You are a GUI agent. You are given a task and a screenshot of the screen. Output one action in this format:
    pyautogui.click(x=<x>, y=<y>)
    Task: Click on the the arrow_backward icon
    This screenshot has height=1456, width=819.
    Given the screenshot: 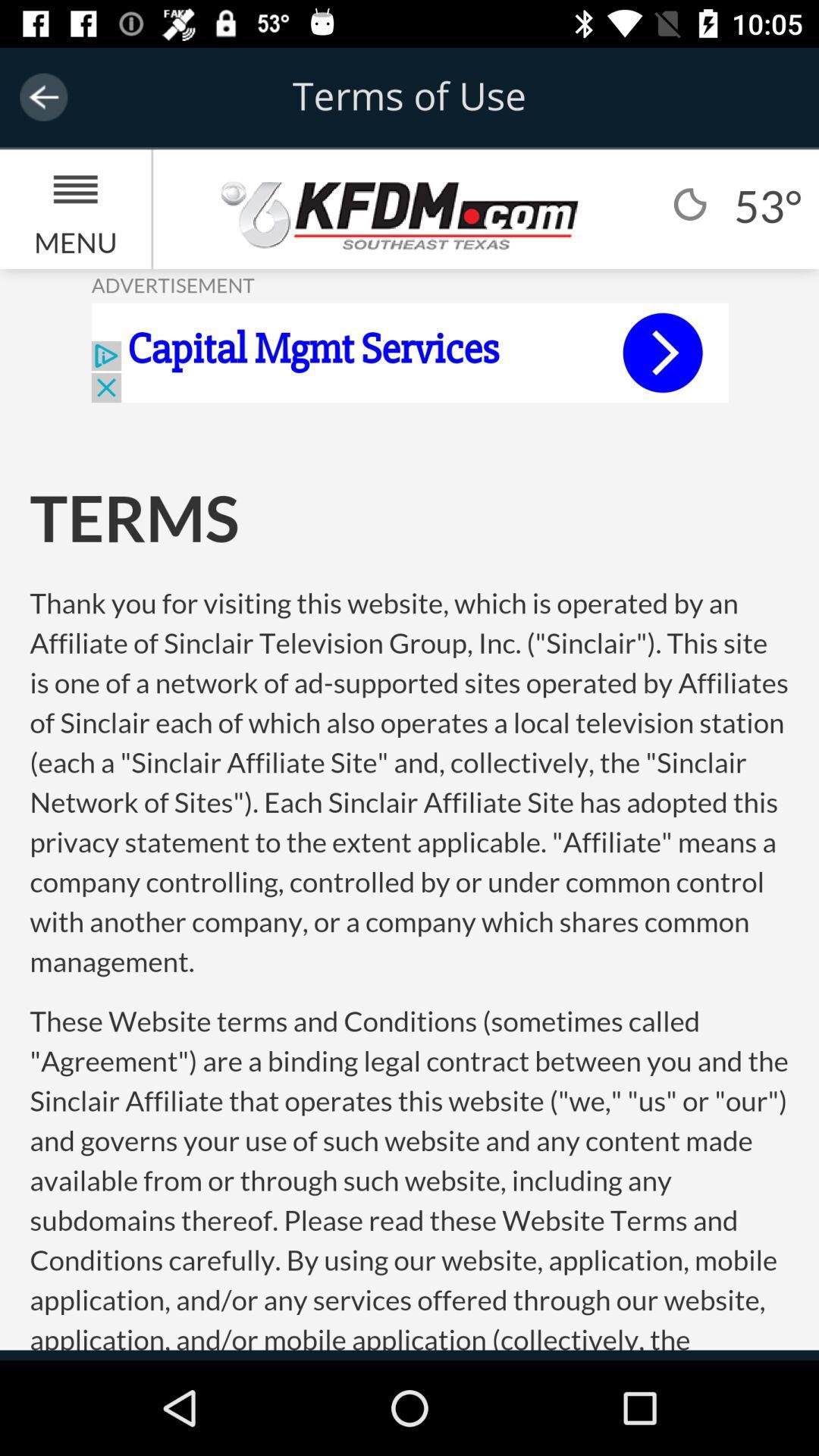 What is the action you would take?
    pyautogui.click(x=42, y=96)
    